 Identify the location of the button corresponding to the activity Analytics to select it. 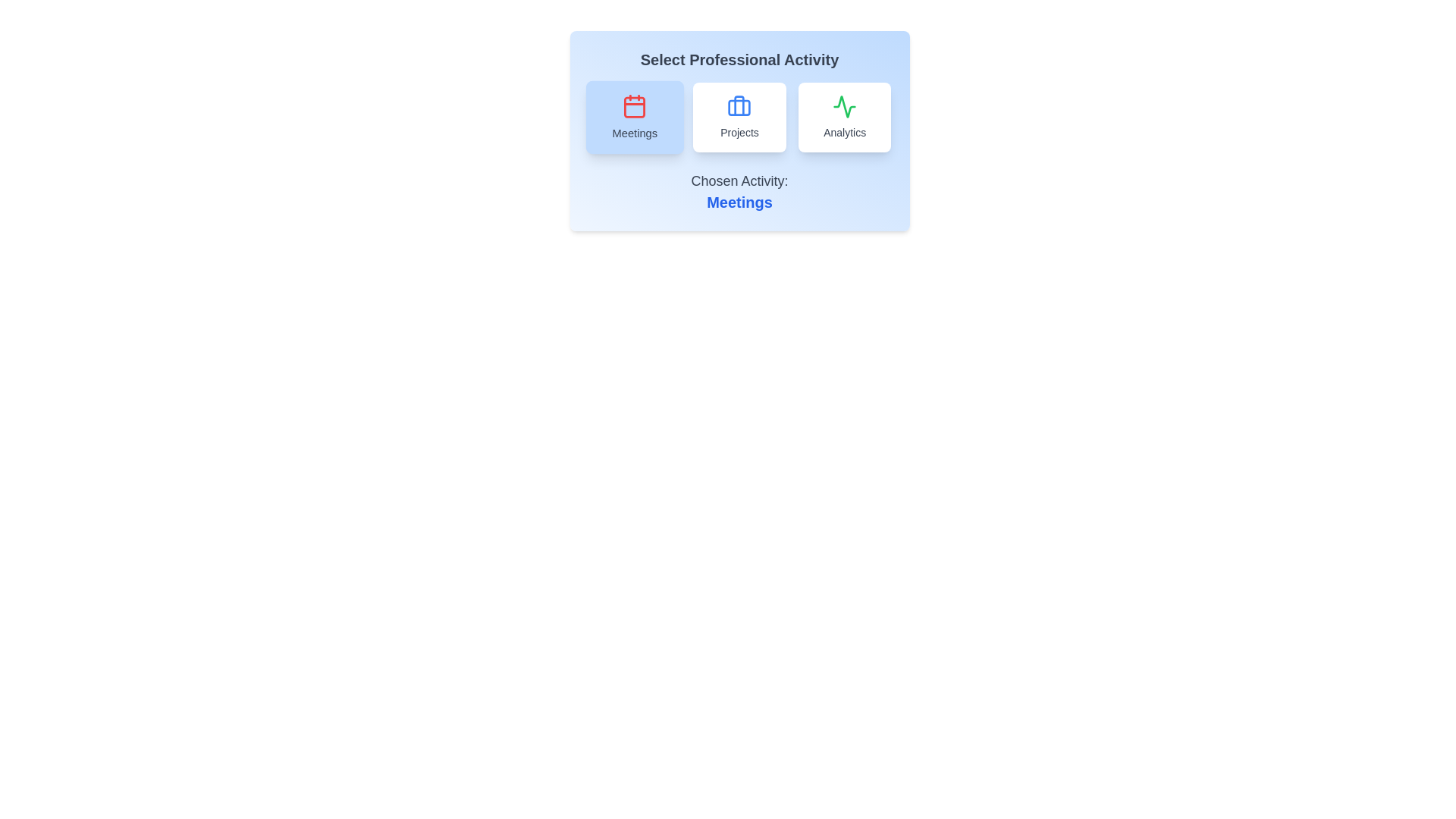
(844, 116).